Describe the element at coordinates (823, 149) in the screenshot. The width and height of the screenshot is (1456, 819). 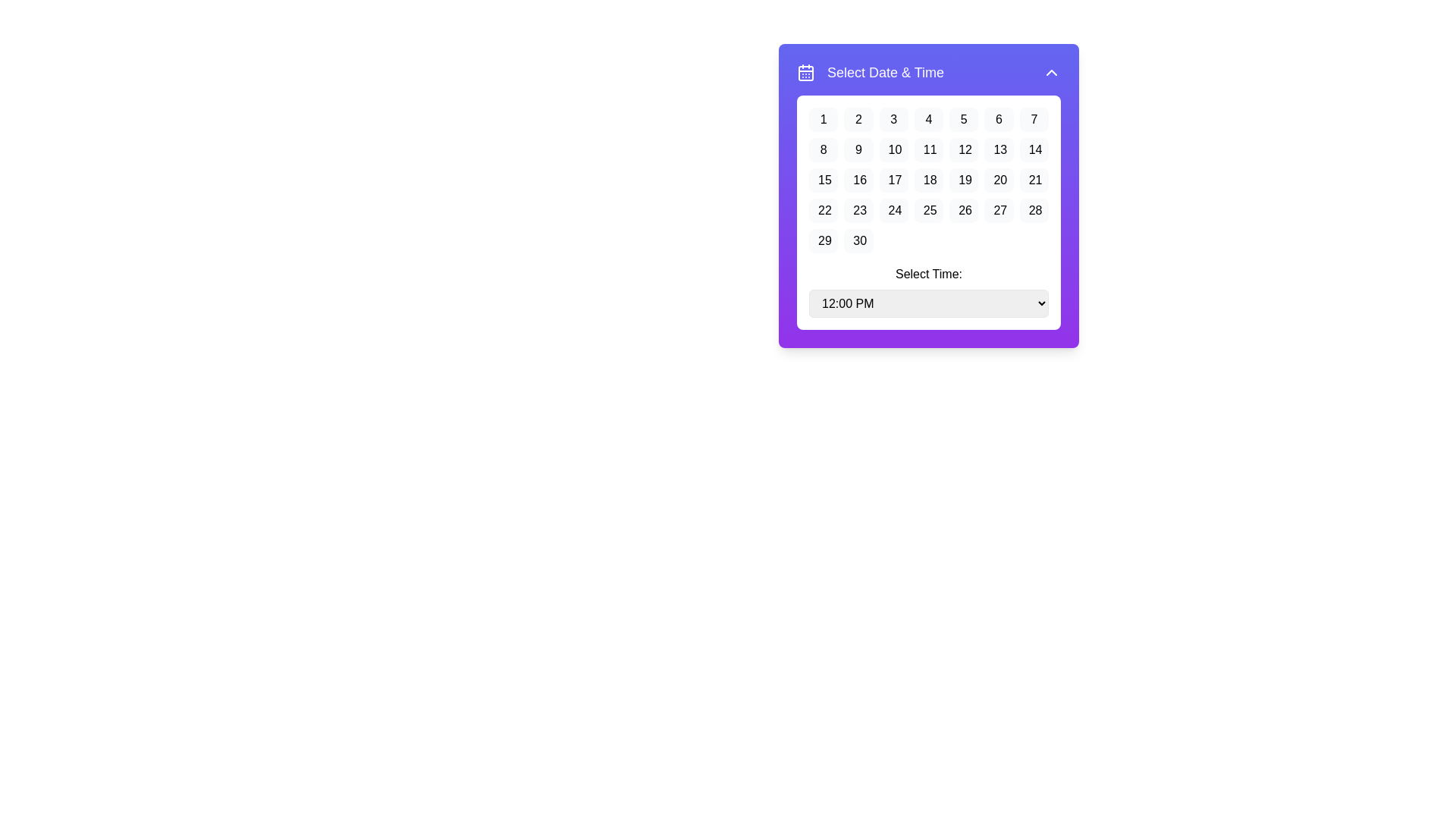
I see `the button representing the 8th day of the month in the calendar view` at that location.